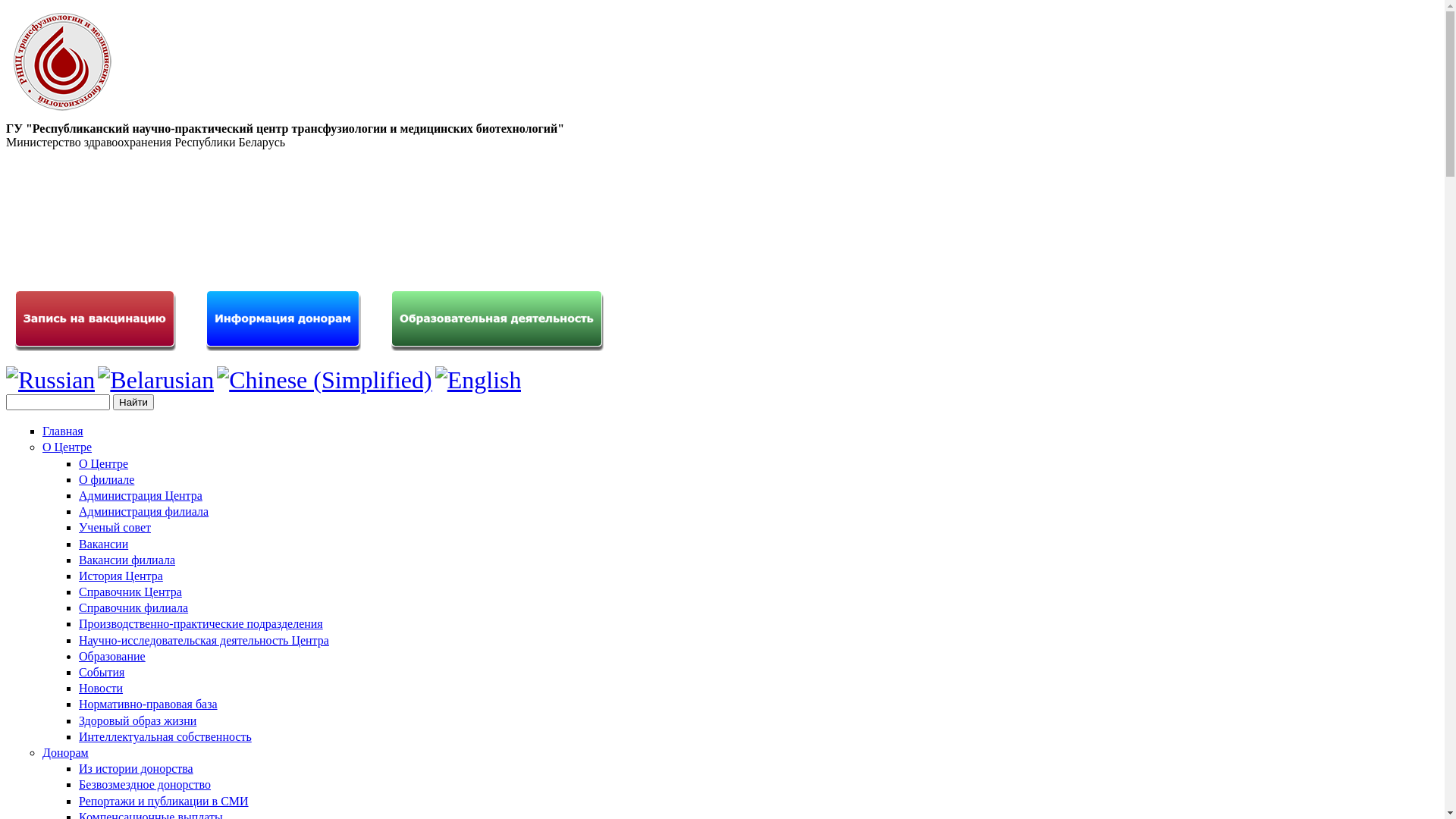 This screenshot has width=1456, height=819. What do you see at coordinates (155, 379) in the screenshot?
I see `'Belarusian'` at bounding box center [155, 379].